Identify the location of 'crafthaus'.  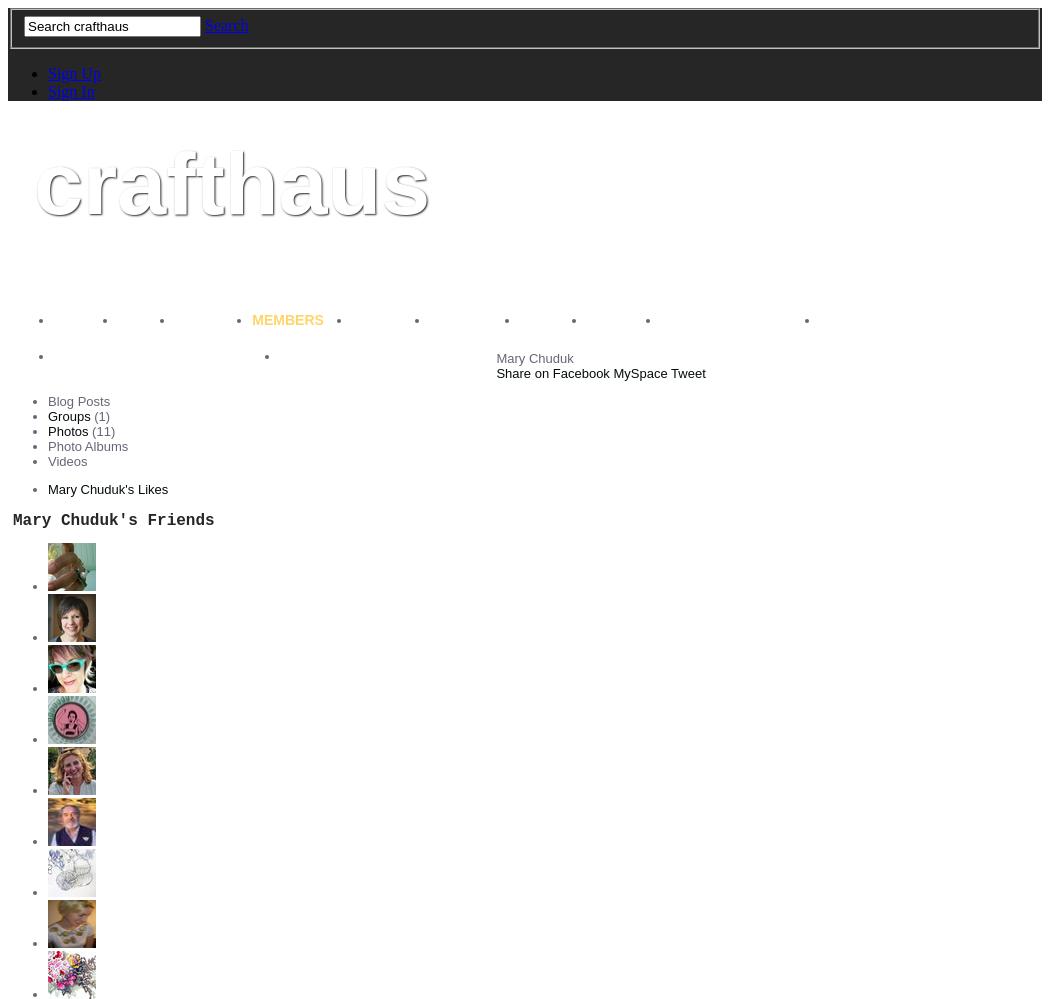
(232, 181).